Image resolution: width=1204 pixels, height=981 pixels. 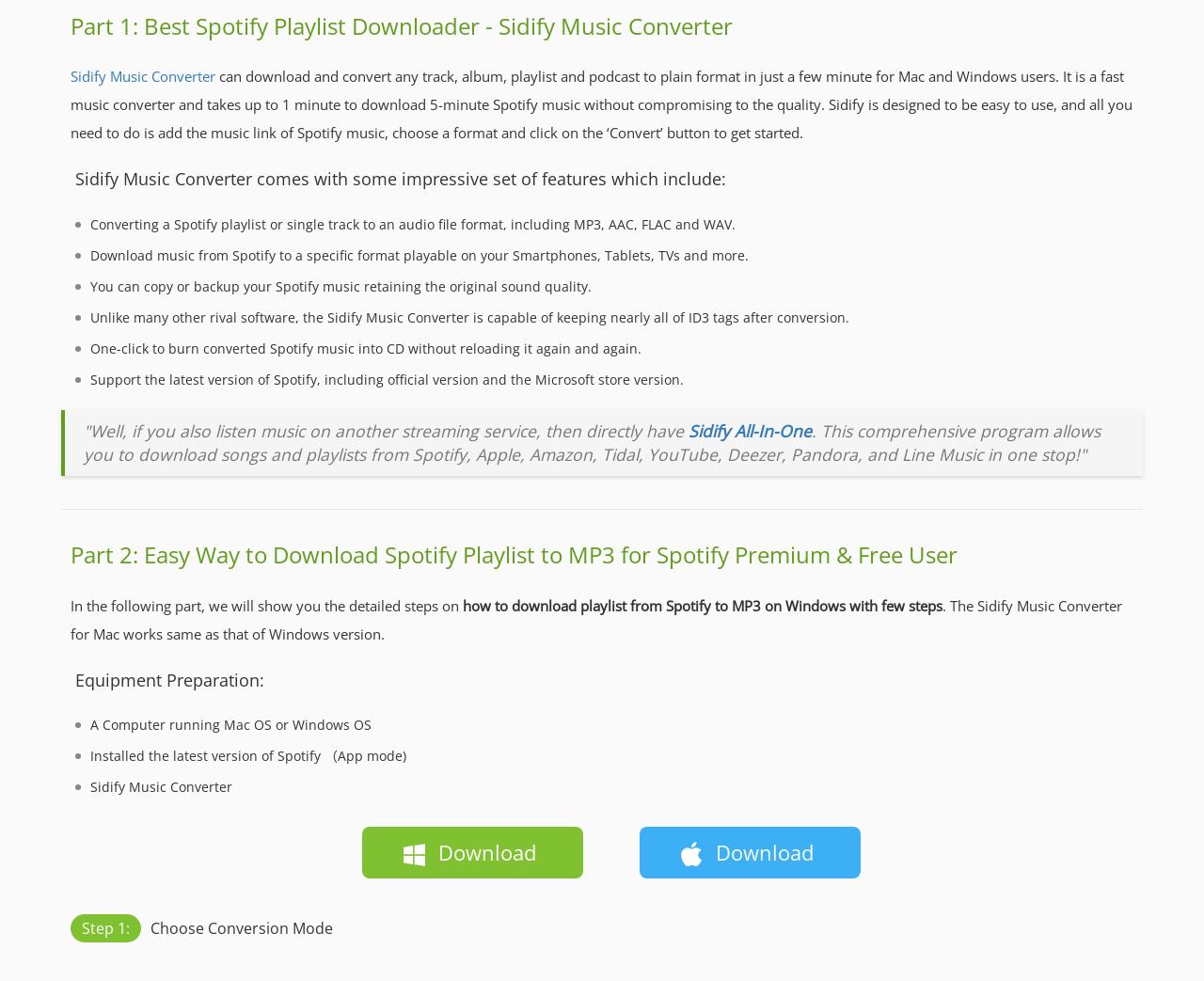 I want to click on 'One-click to burn converted Spotify music into CD without reloading it again and again.', so click(x=365, y=347).